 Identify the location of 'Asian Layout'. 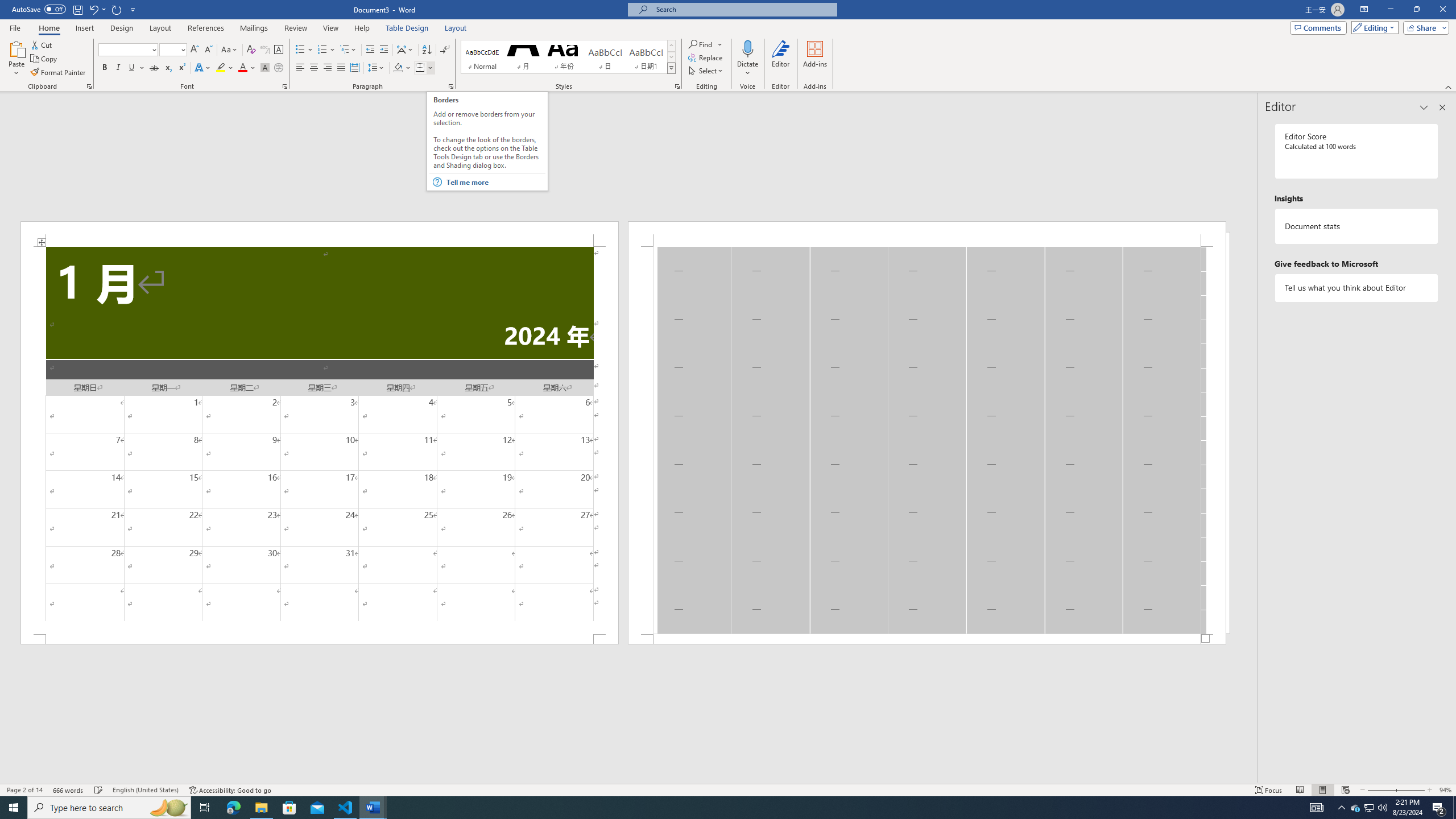
(405, 49).